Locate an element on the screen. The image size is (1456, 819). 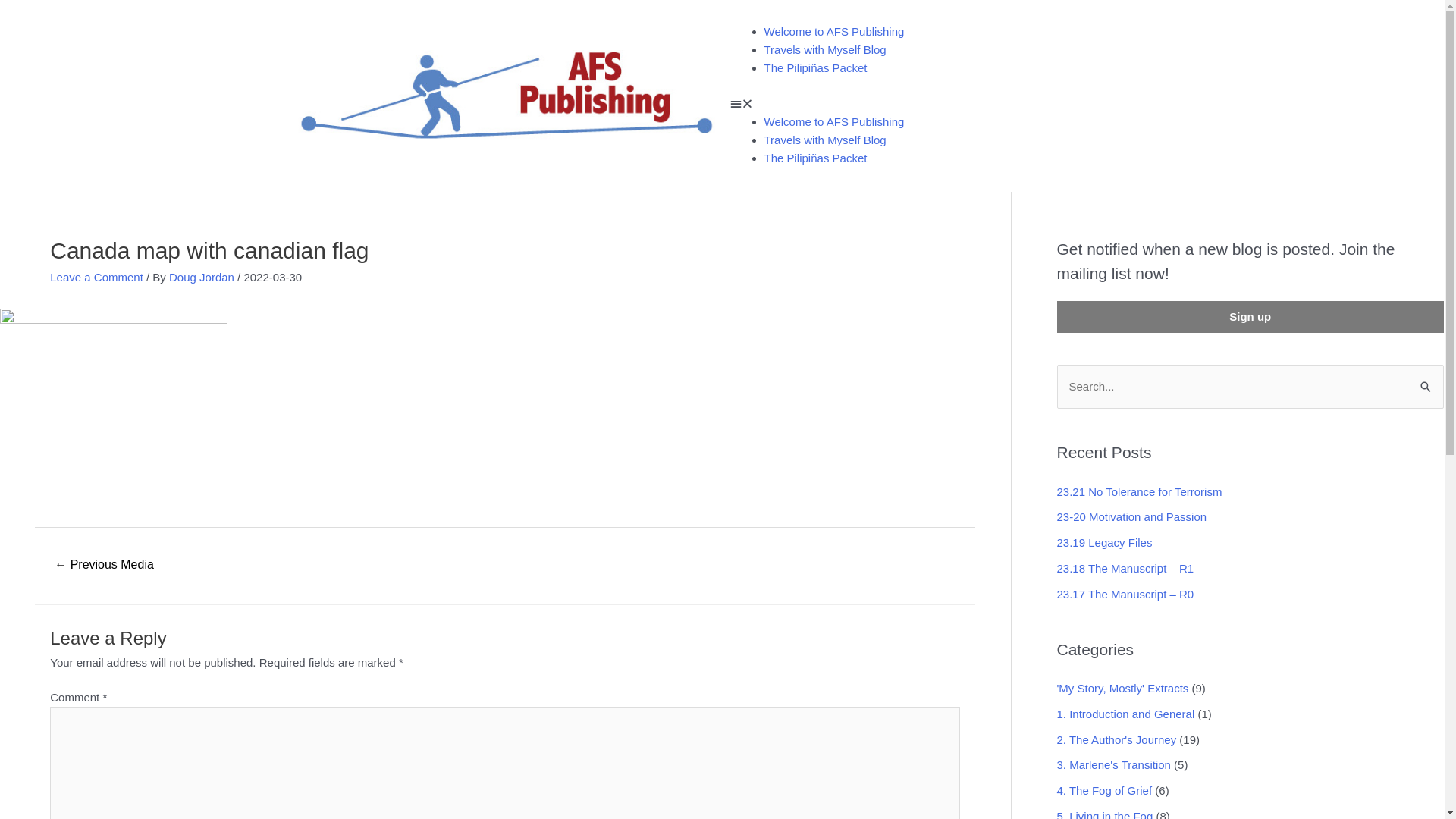
'Welcome to AFS Publishing' is located at coordinates (833, 121).